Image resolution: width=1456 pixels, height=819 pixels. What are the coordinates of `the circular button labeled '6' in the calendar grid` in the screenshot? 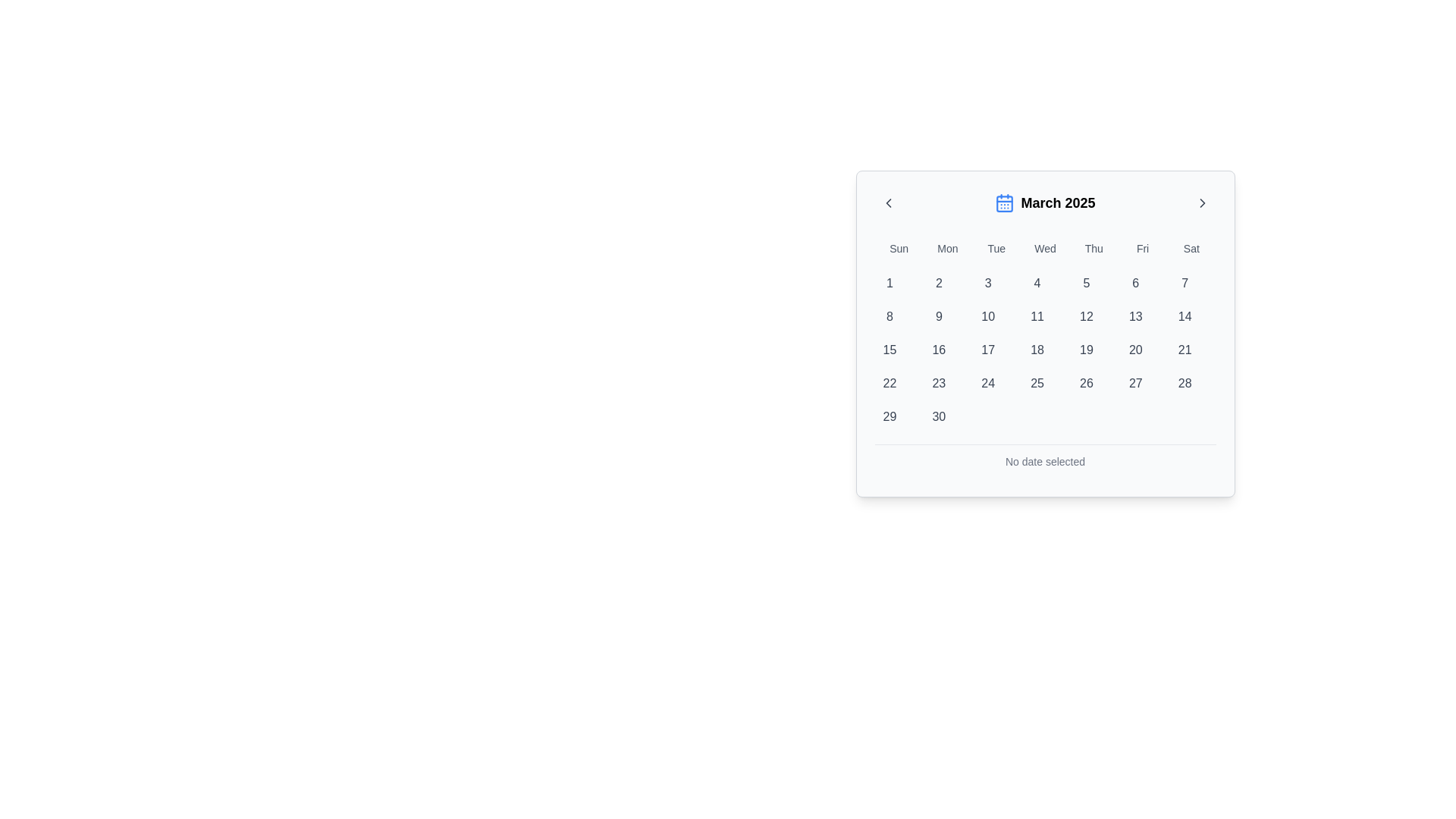 It's located at (1135, 284).